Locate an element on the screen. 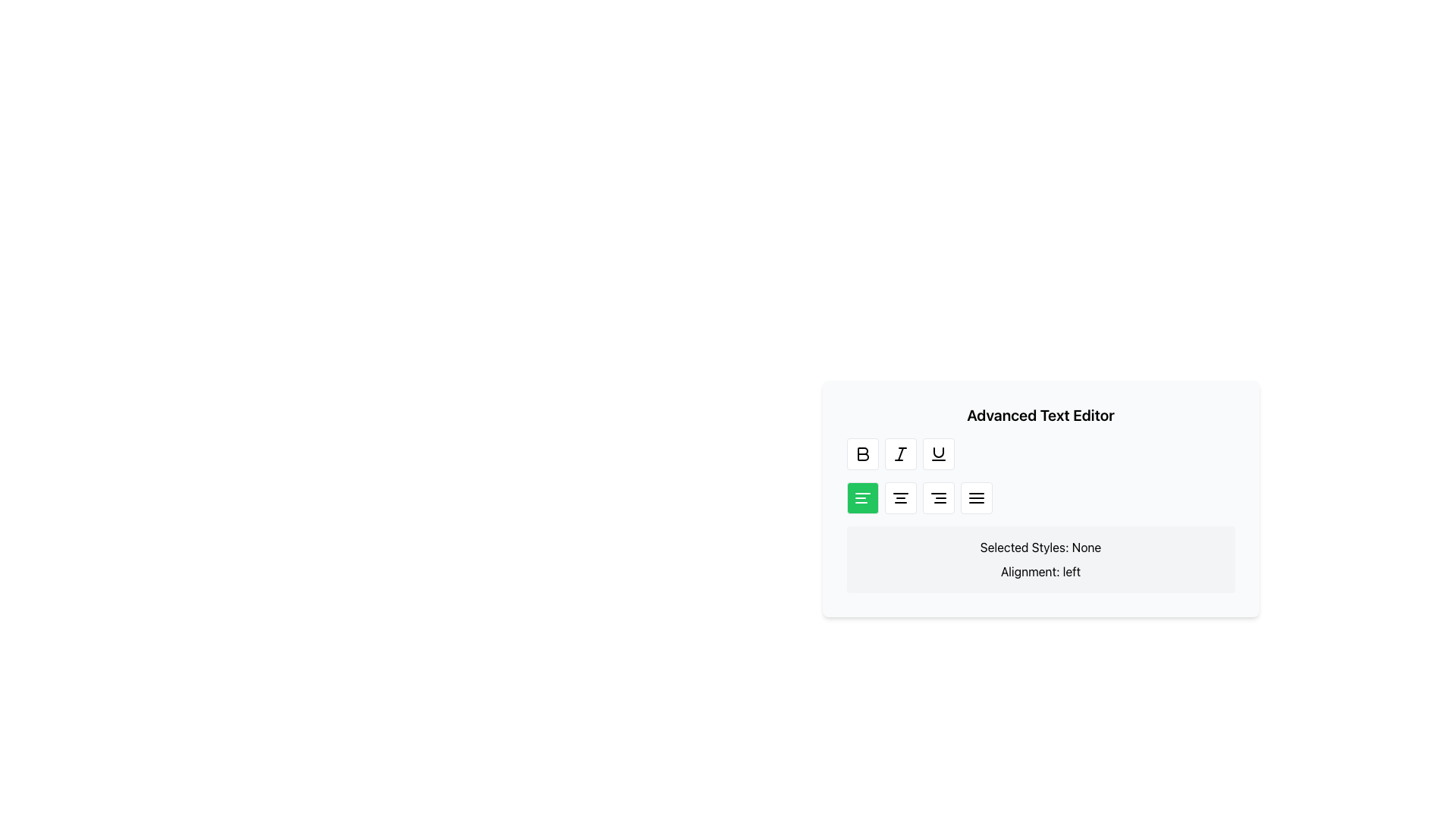 The image size is (1456, 819). the underline toggle button in the advanced text editor interface is located at coordinates (937, 453).